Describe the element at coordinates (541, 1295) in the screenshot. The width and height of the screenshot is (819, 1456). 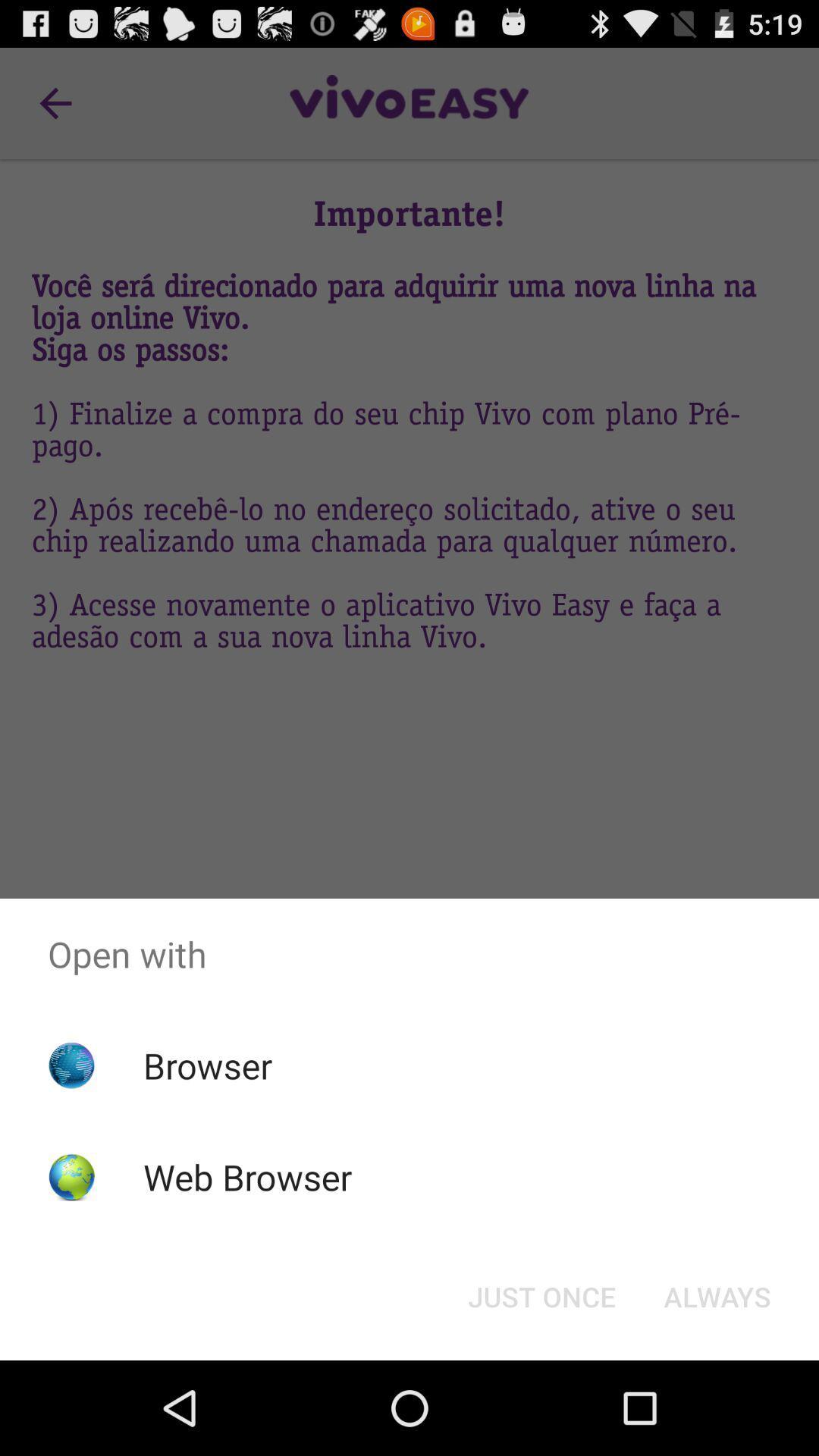
I see `the app below open with app` at that location.